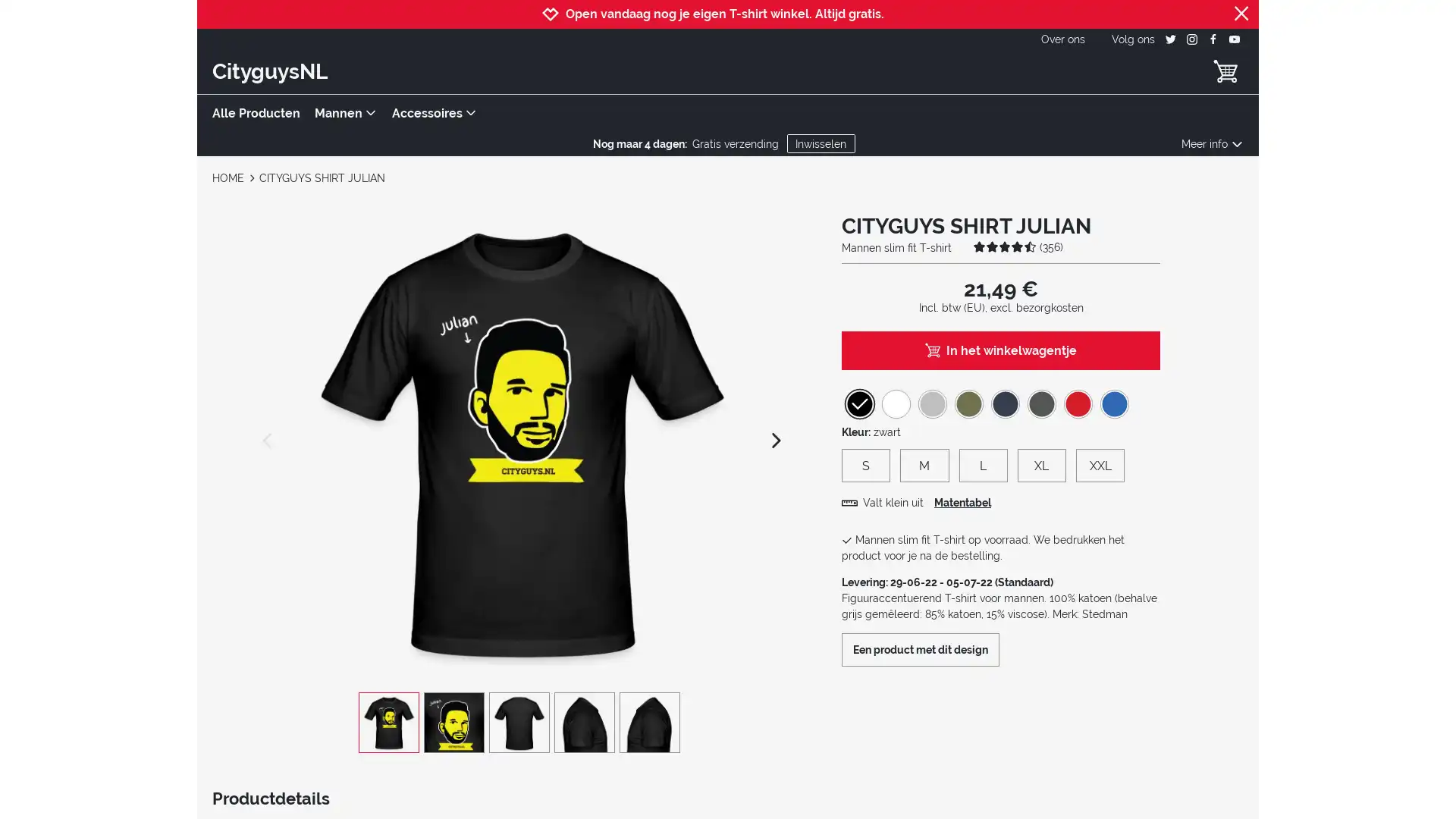 Image resolution: width=1456 pixels, height=819 pixels. What do you see at coordinates (1211, 143) in the screenshot?
I see `Meer info` at bounding box center [1211, 143].